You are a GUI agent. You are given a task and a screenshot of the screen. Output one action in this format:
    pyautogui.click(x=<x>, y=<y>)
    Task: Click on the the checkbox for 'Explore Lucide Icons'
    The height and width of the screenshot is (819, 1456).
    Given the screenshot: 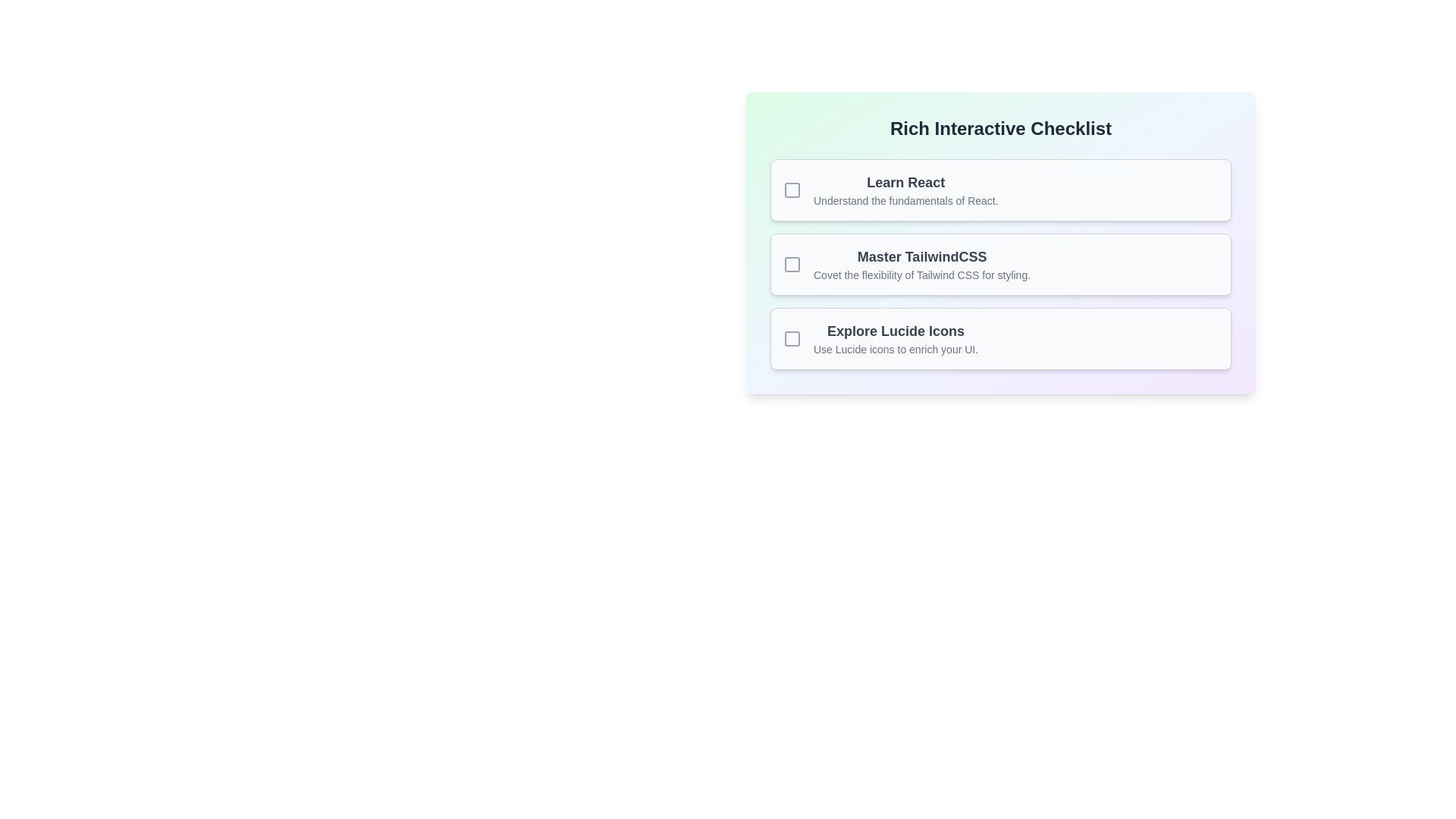 What is the action you would take?
    pyautogui.click(x=792, y=338)
    